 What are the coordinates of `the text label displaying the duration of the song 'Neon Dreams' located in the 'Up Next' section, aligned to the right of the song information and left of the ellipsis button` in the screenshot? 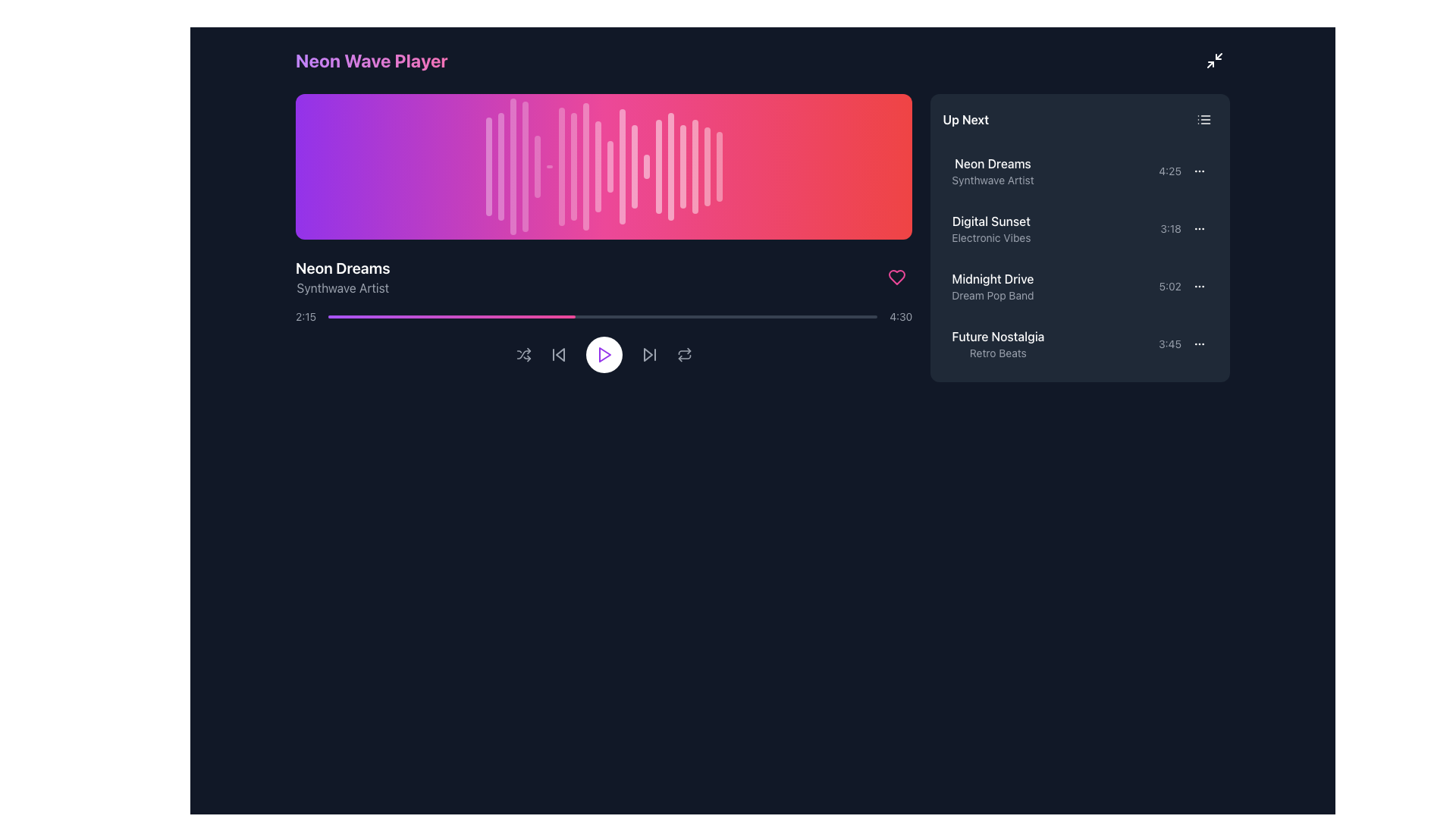 It's located at (1169, 171).